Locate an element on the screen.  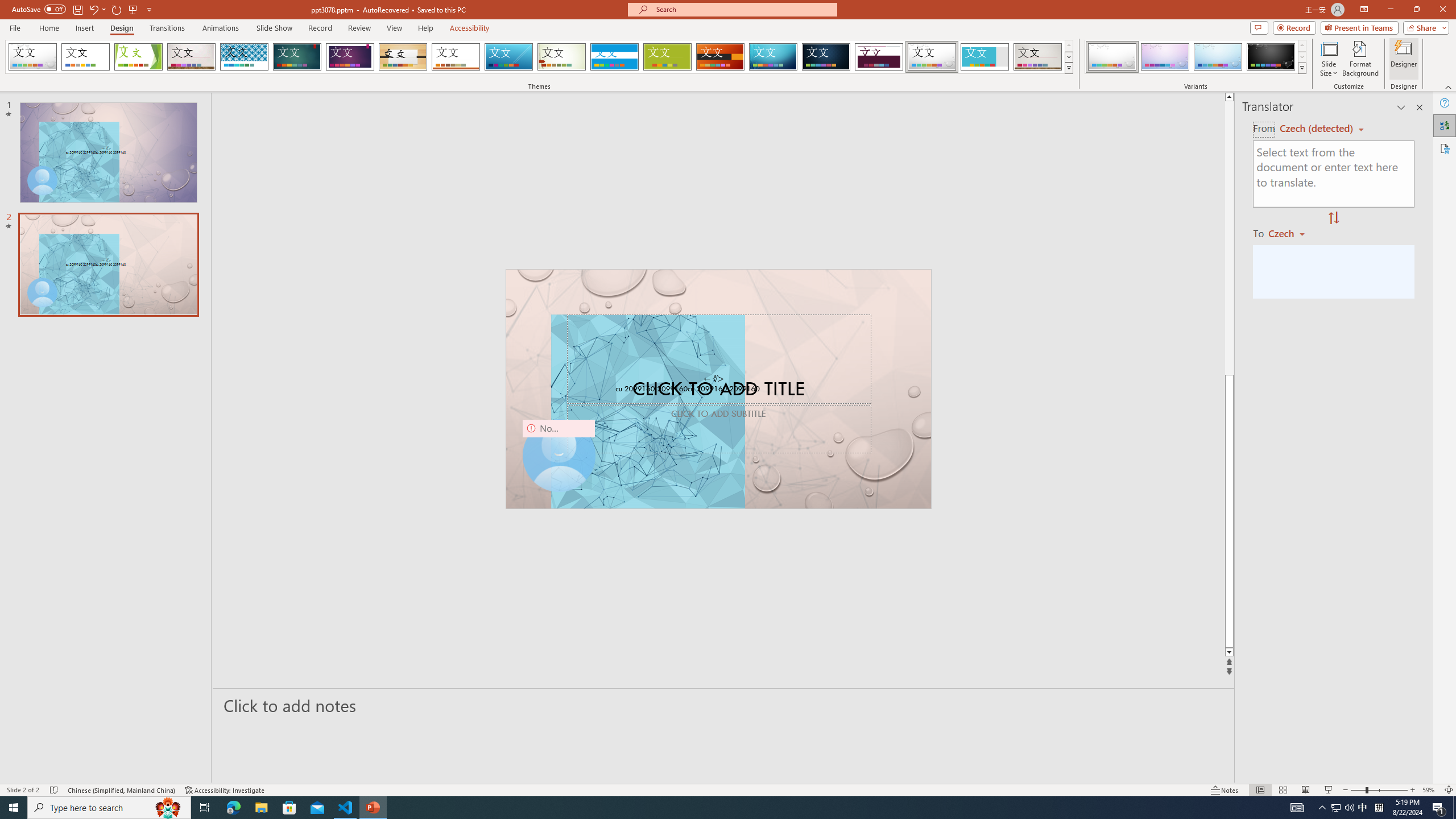
'Camera 9, No camera detected.' is located at coordinates (558, 455).